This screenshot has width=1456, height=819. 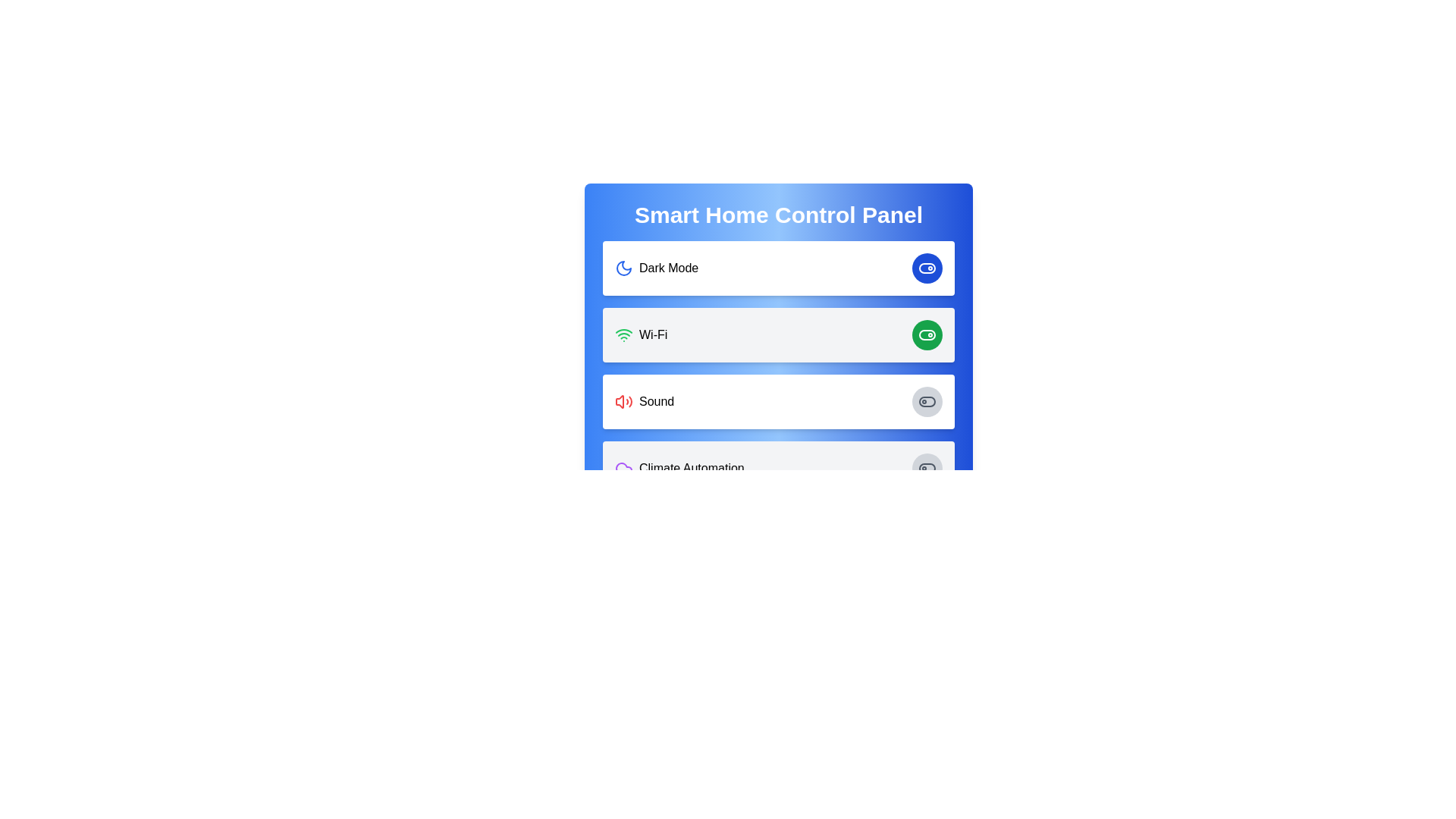 I want to click on the toggle switch, so click(x=927, y=400).